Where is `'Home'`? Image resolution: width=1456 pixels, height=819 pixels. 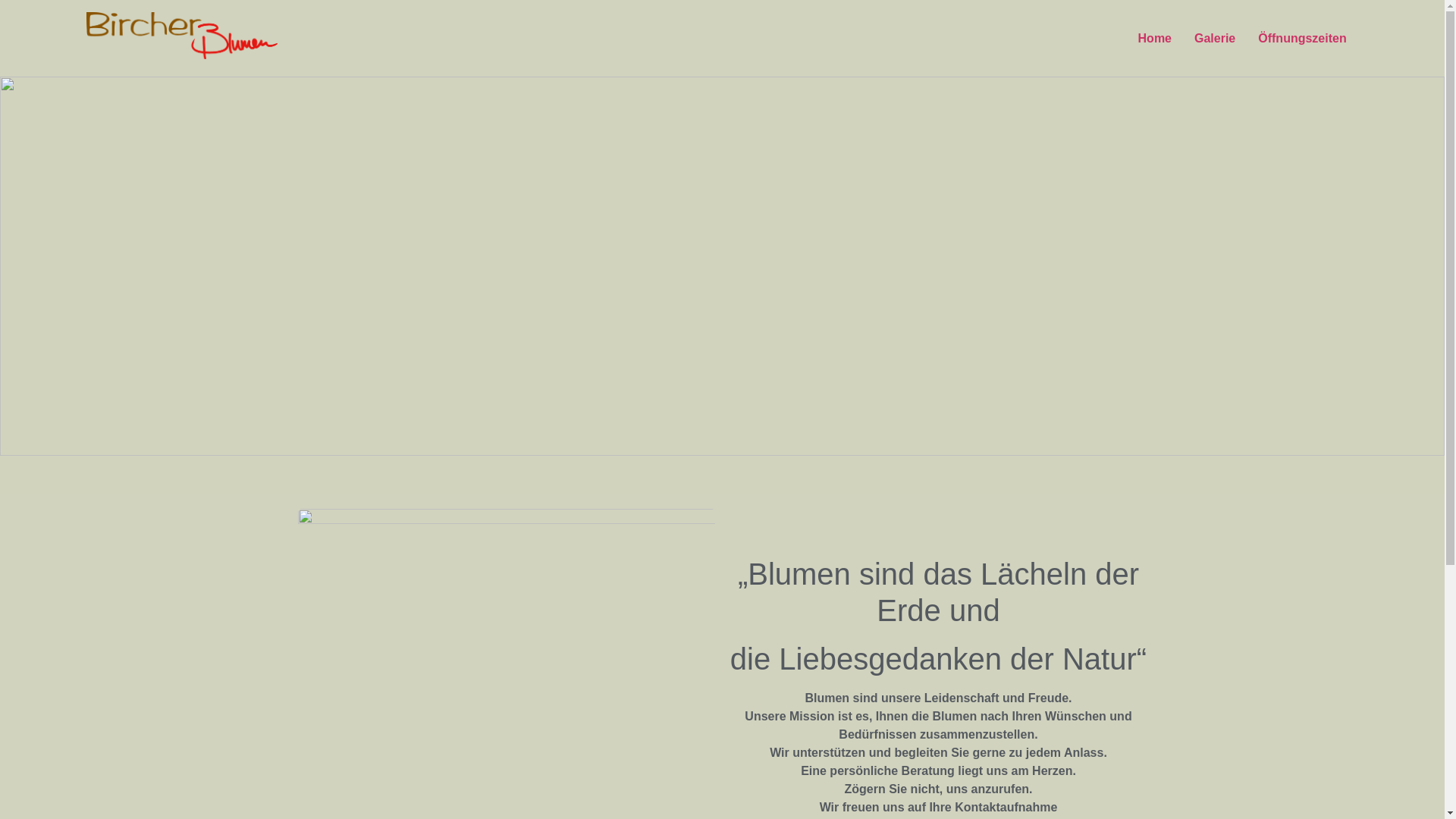 'Home' is located at coordinates (1153, 37).